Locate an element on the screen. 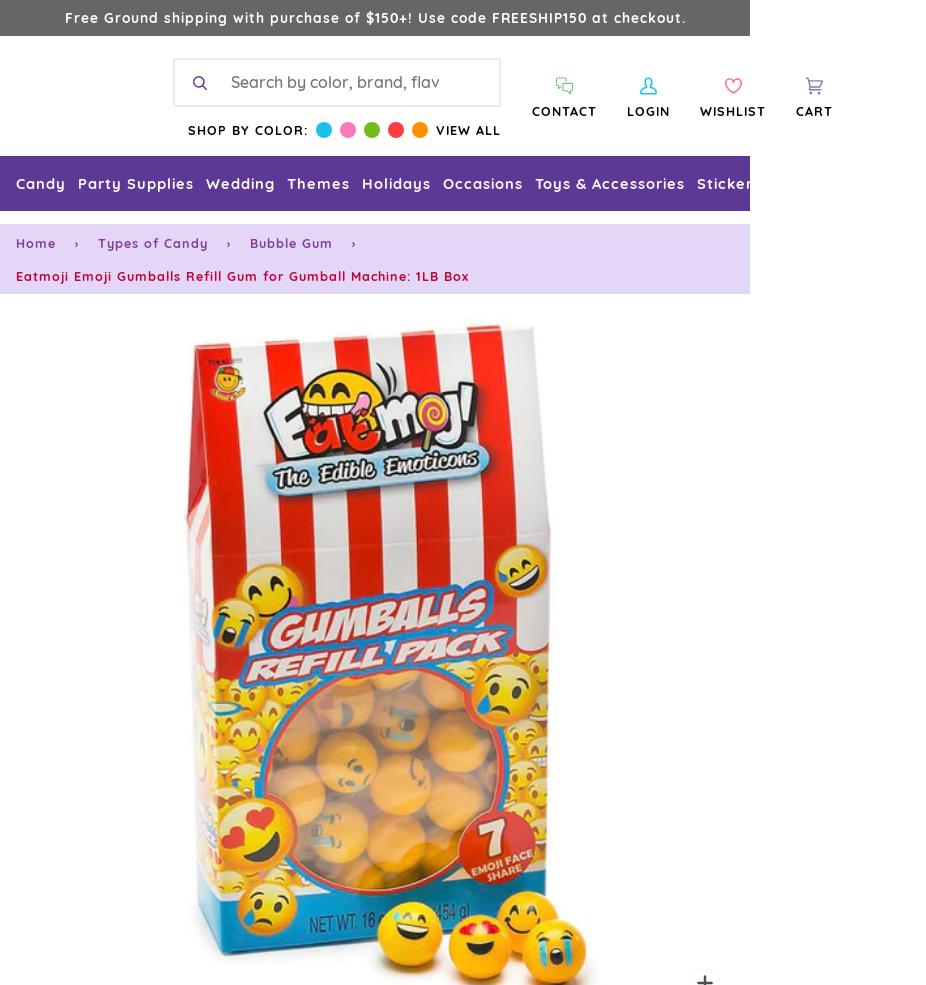  'Return Policy' is located at coordinates (59, 927).